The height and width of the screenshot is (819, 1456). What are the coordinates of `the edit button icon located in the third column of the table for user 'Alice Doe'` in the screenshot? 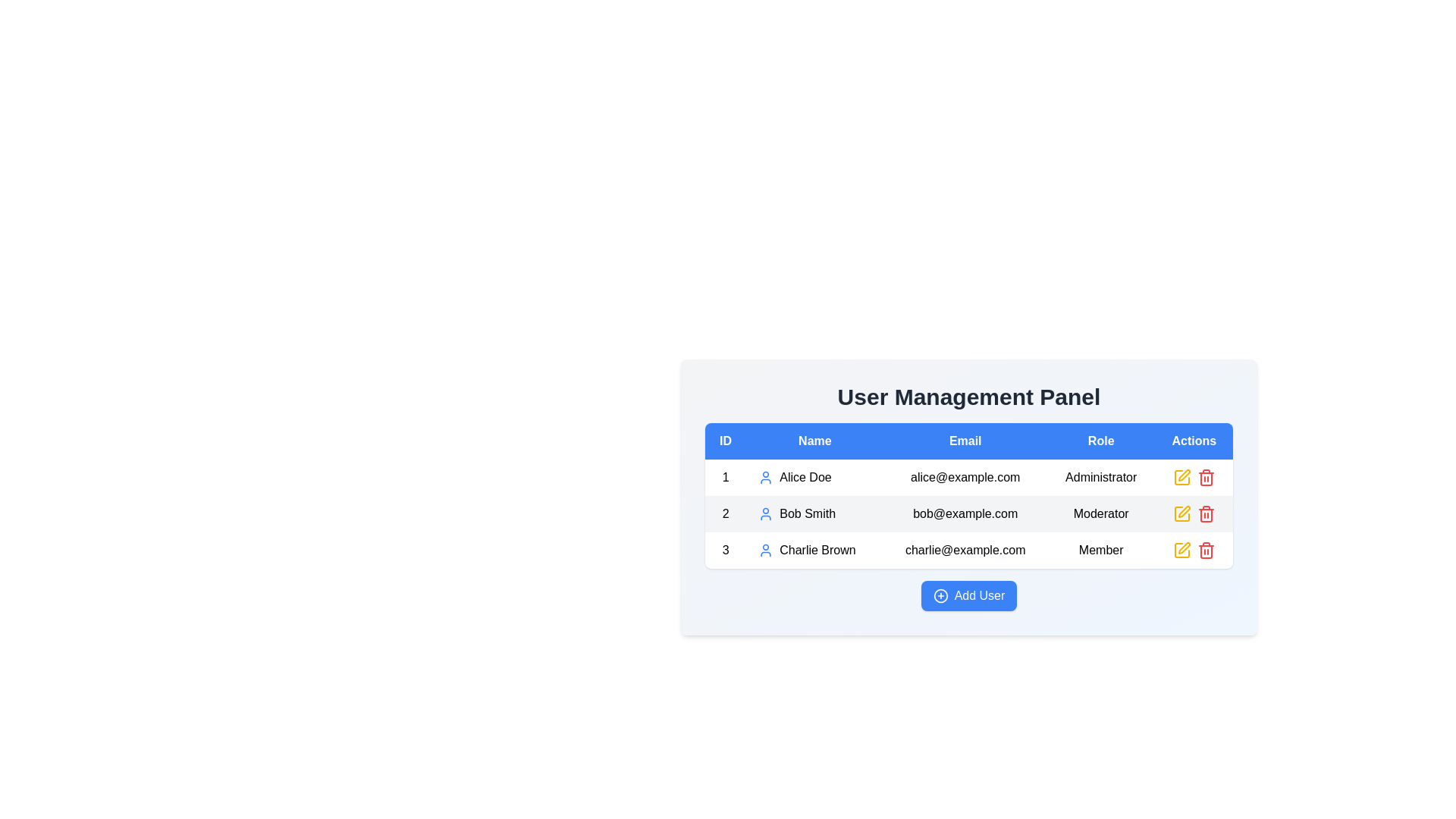 It's located at (1181, 476).